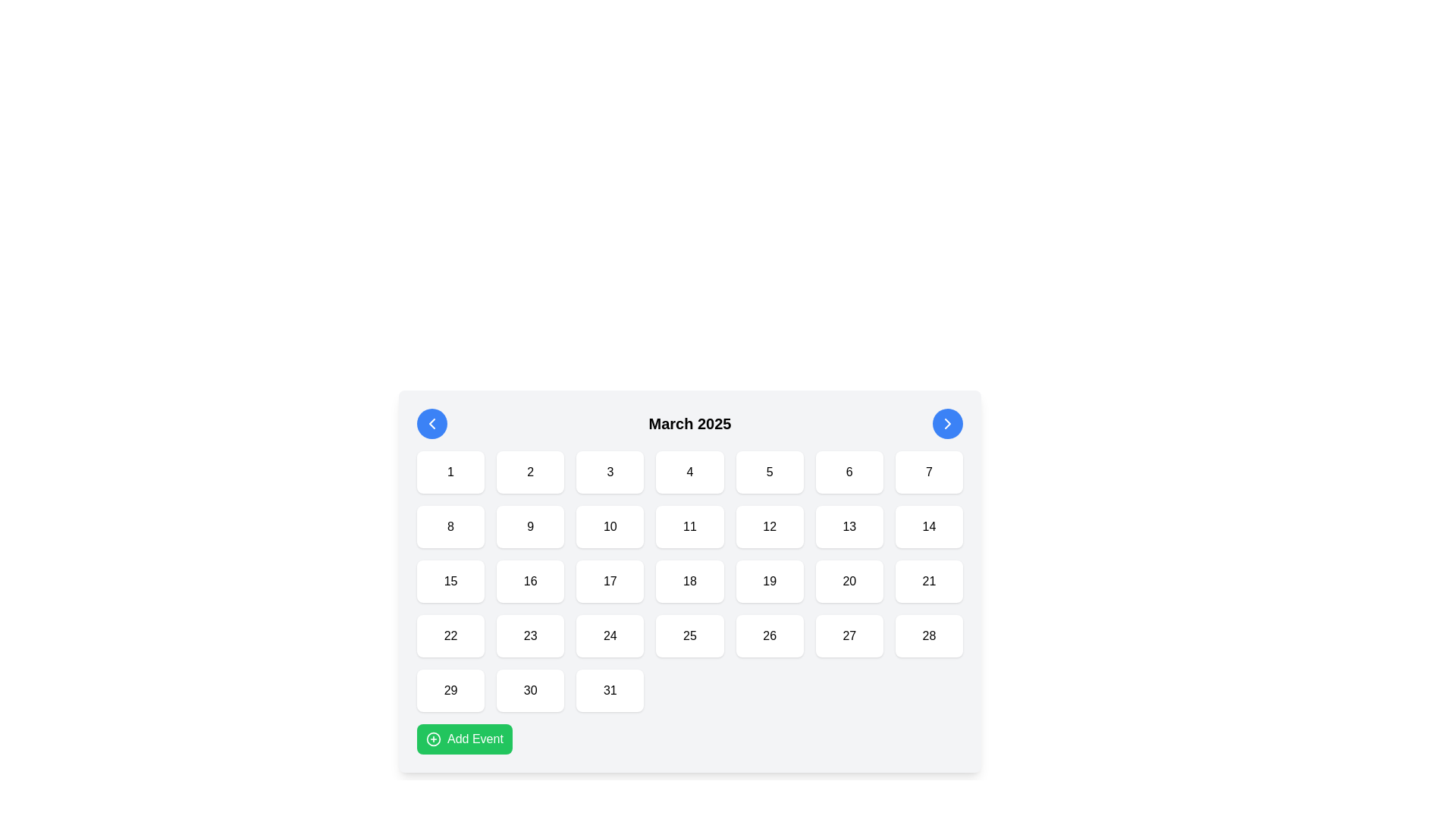 The width and height of the screenshot is (1456, 819). What do you see at coordinates (610, 526) in the screenshot?
I see `the calendar date button displaying the number '10'` at bounding box center [610, 526].